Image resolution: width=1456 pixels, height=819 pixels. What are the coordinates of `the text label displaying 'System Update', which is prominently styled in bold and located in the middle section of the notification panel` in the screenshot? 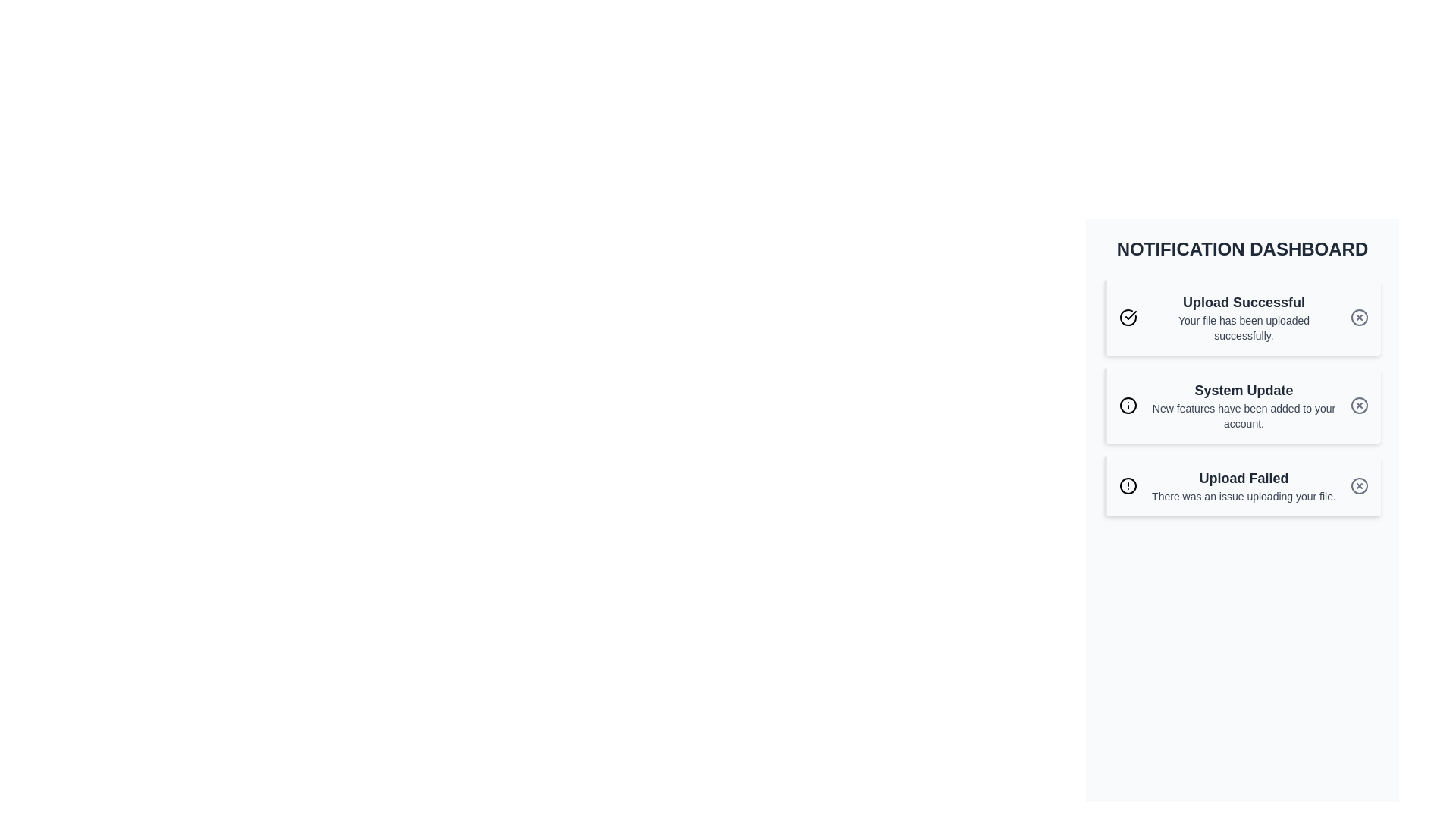 It's located at (1244, 390).